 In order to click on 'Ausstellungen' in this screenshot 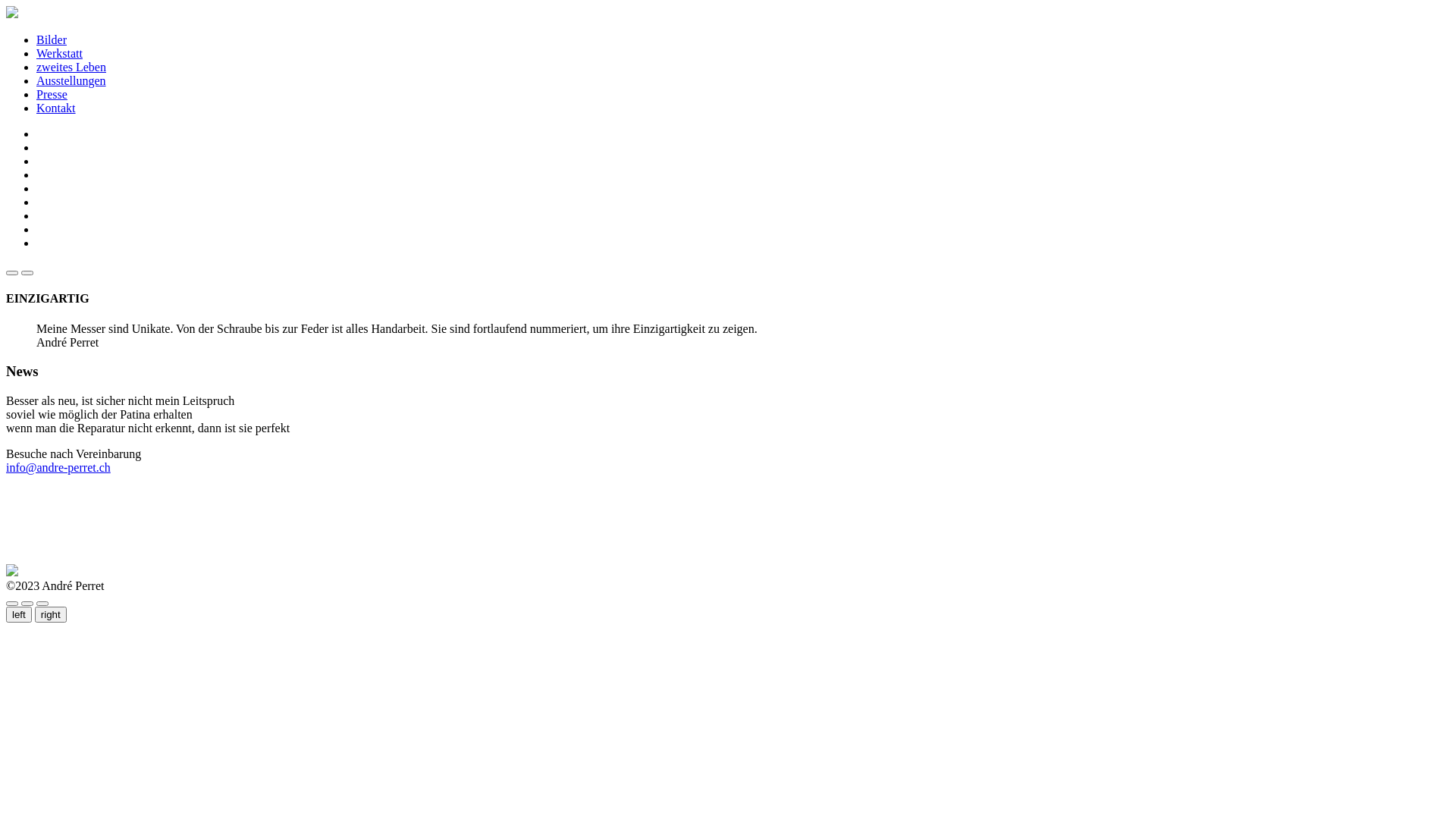, I will do `click(36, 80)`.